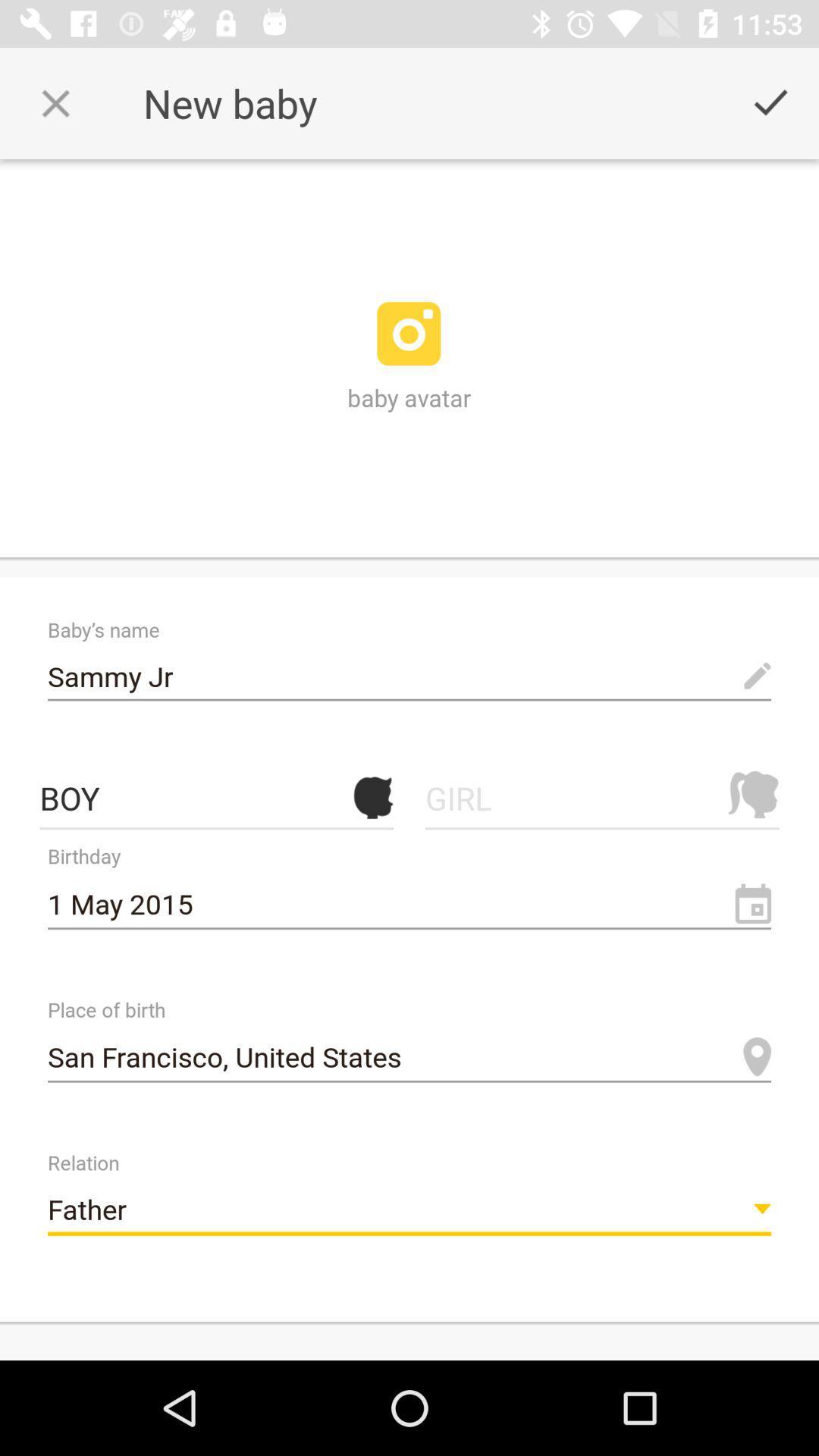 This screenshot has width=819, height=1456. I want to click on this tap, so click(55, 102).